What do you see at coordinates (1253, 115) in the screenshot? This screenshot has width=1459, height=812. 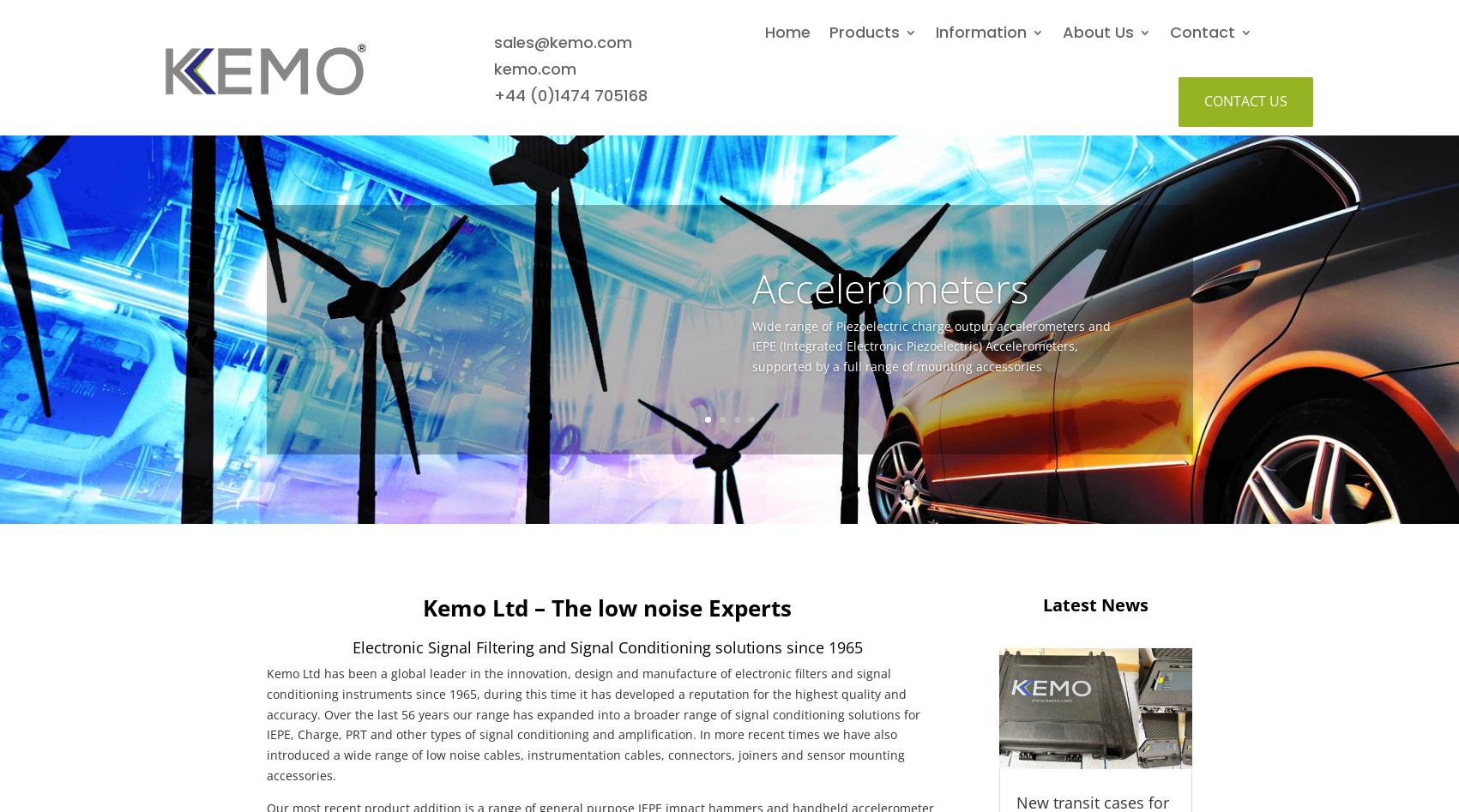 I see `'Global Distributors'` at bounding box center [1253, 115].